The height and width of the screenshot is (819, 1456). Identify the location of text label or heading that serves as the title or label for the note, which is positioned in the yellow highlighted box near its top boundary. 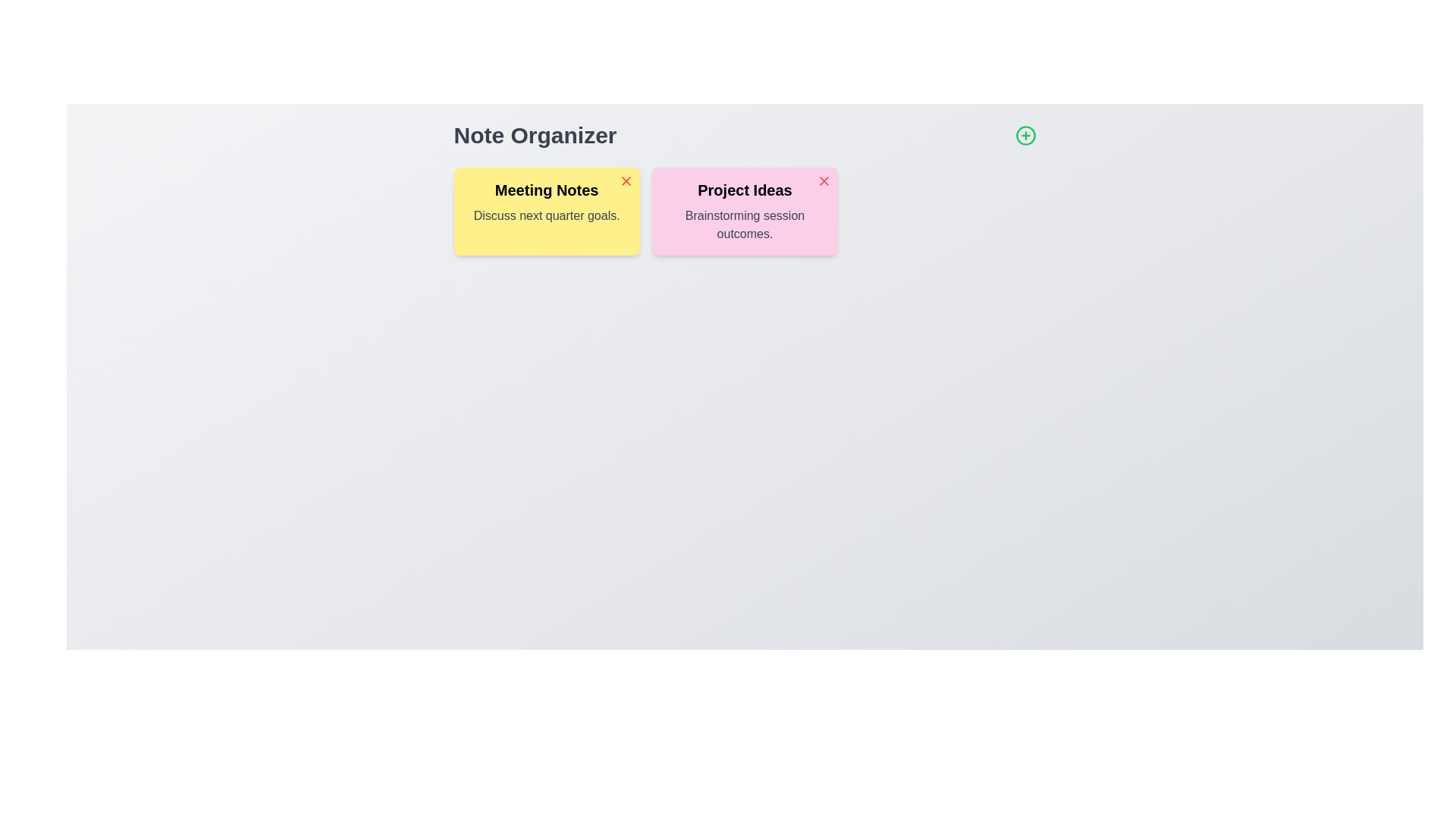
(546, 189).